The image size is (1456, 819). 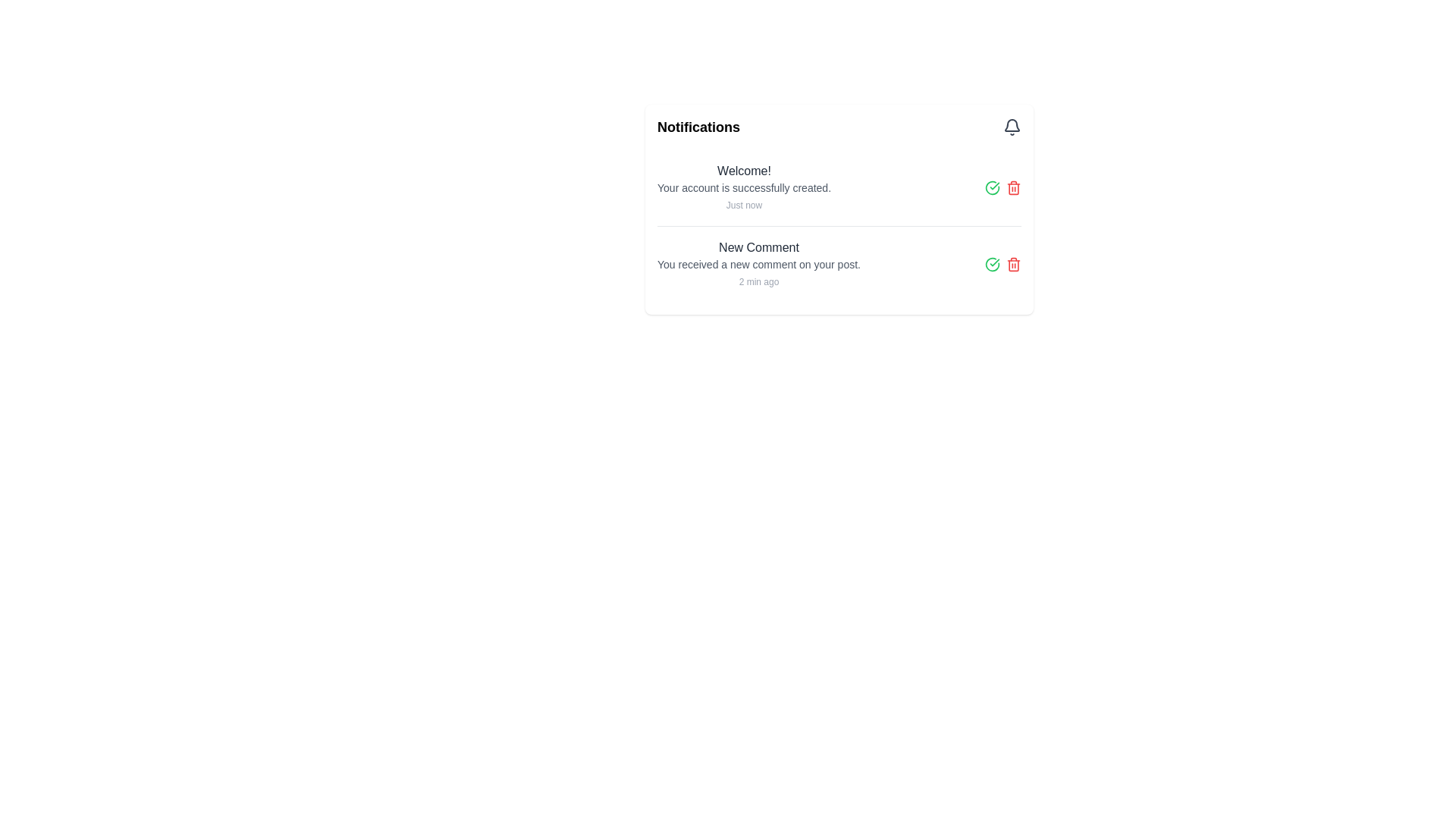 What do you see at coordinates (993, 263) in the screenshot?
I see `the confirmation button located to the right of the 'New Comment' notification text` at bounding box center [993, 263].